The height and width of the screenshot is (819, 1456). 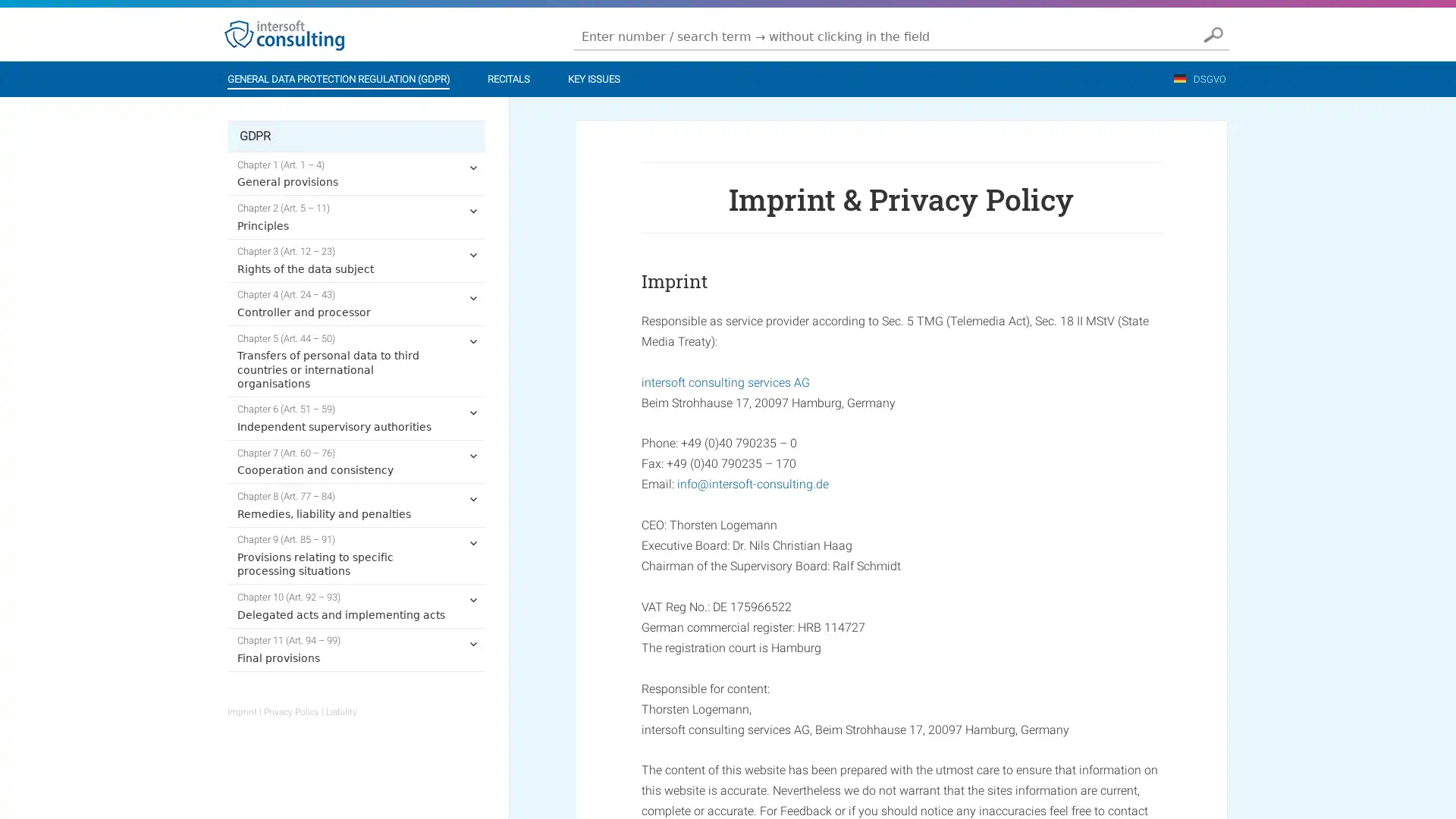 I want to click on expand child menu, so click(x=472, y=528).